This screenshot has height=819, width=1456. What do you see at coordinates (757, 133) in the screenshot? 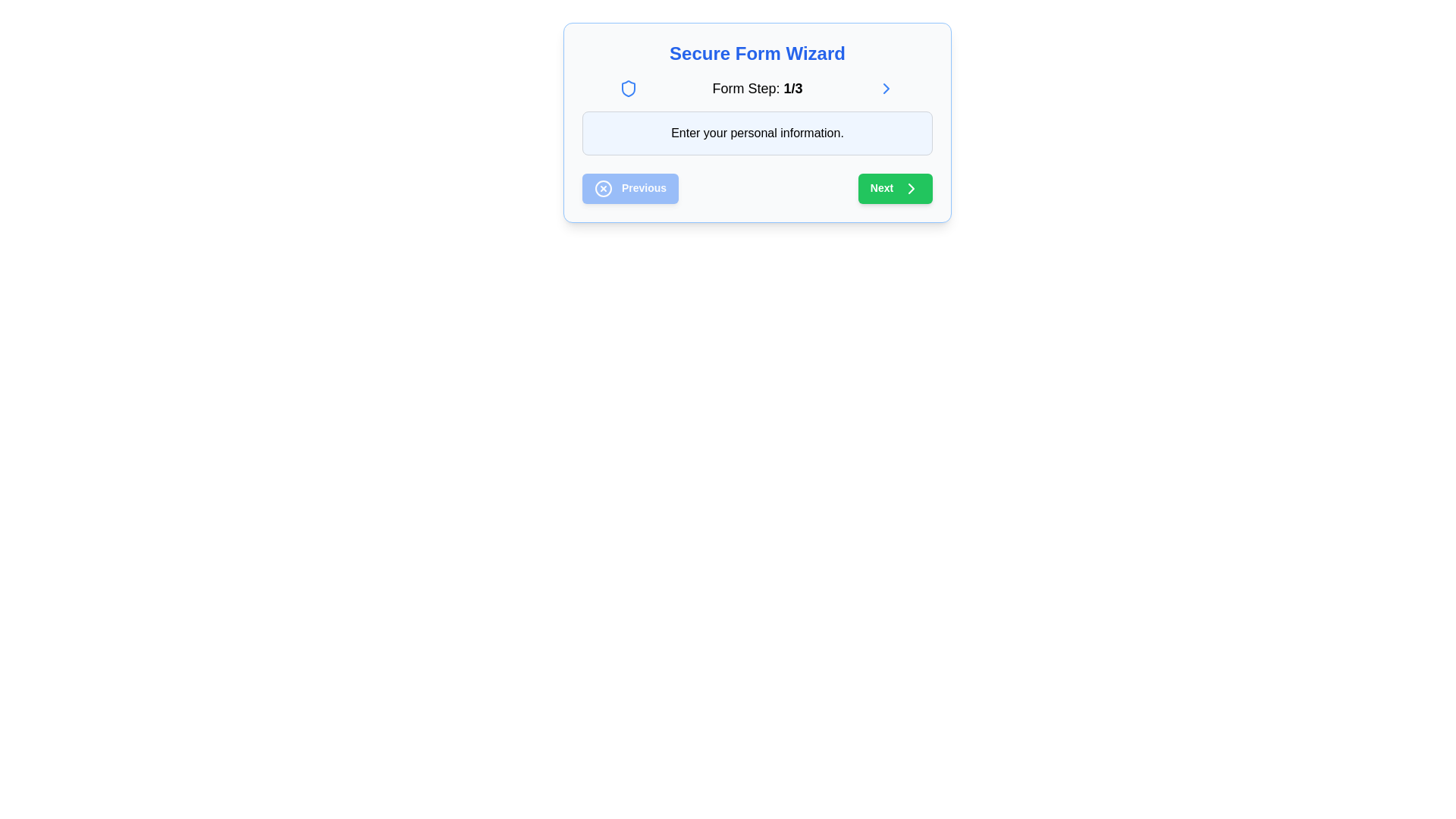
I see `the text label that serves as a header or instruction guiding the user to enter their personal information, located centrally within the form interface below the 'Secure Form Wizard' header` at bounding box center [757, 133].